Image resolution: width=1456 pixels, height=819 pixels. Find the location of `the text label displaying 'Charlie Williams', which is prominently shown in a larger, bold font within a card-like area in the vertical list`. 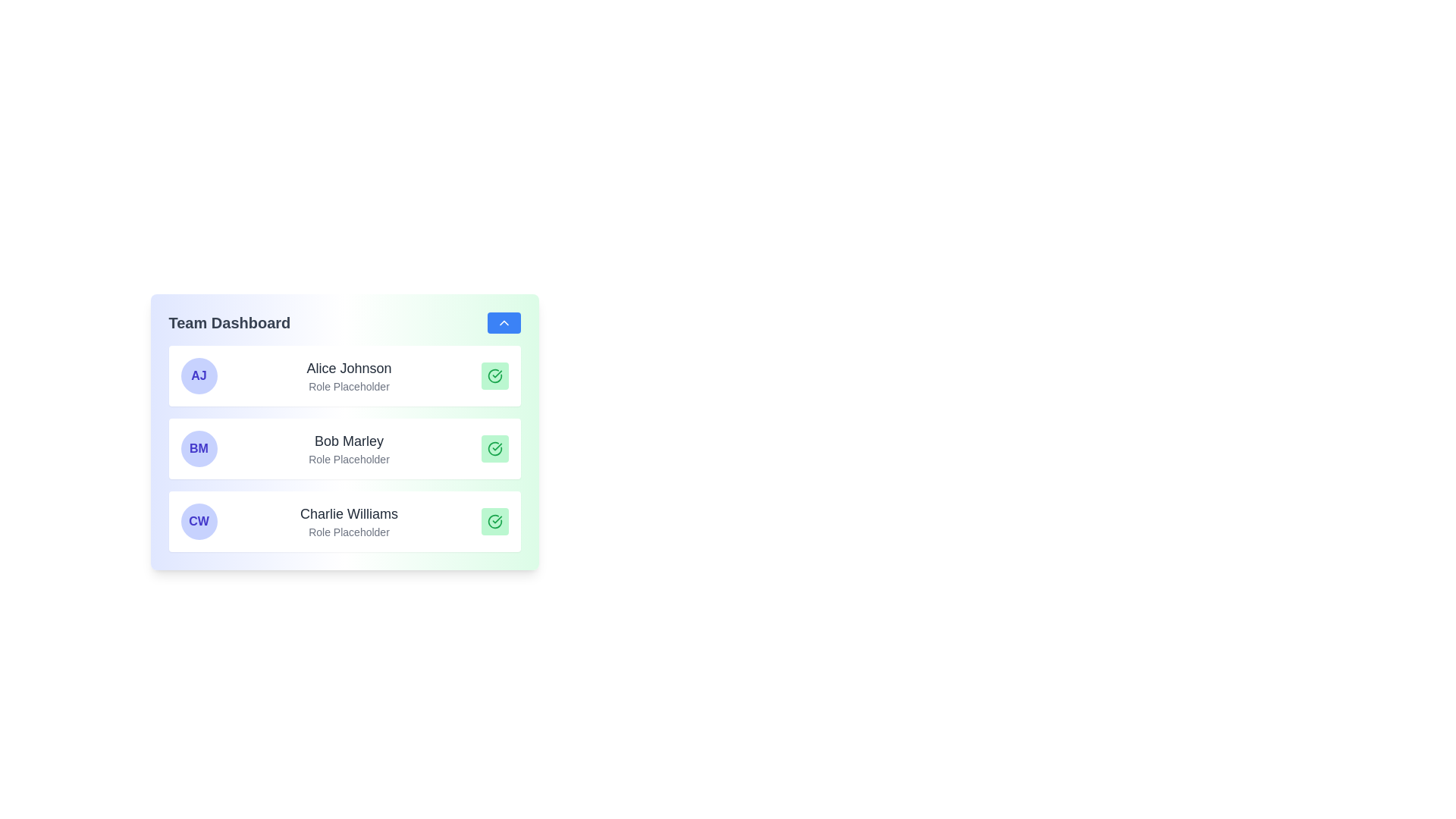

the text label displaying 'Charlie Williams', which is prominently shown in a larger, bold font within a card-like area in the vertical list is located at coordinates (348, 513).